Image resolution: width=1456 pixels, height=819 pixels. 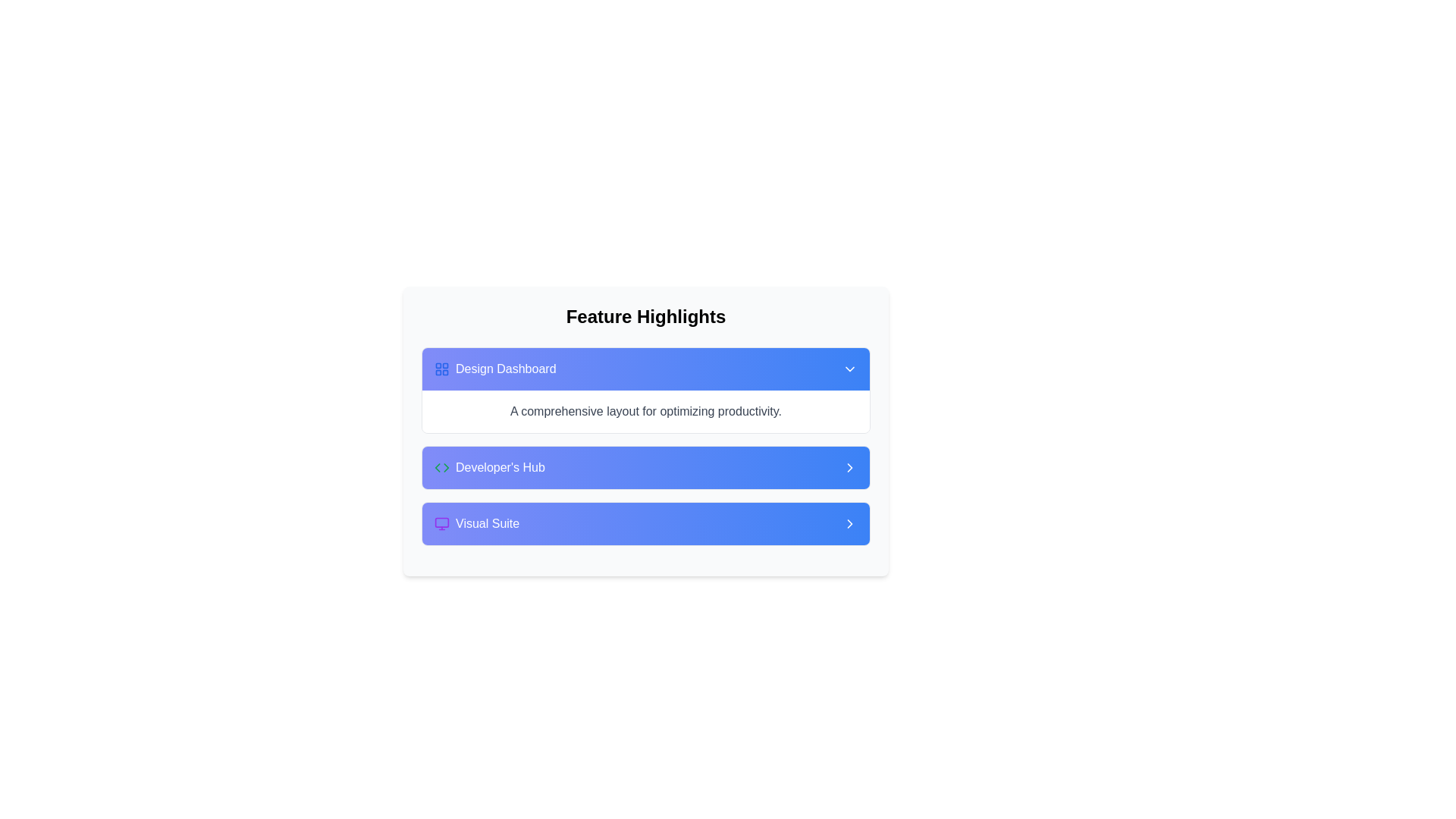 I want to click on the rightward-facing chevron icon located at the right edge of the 'Visual Suite' bar, so click(x=850, y=522).